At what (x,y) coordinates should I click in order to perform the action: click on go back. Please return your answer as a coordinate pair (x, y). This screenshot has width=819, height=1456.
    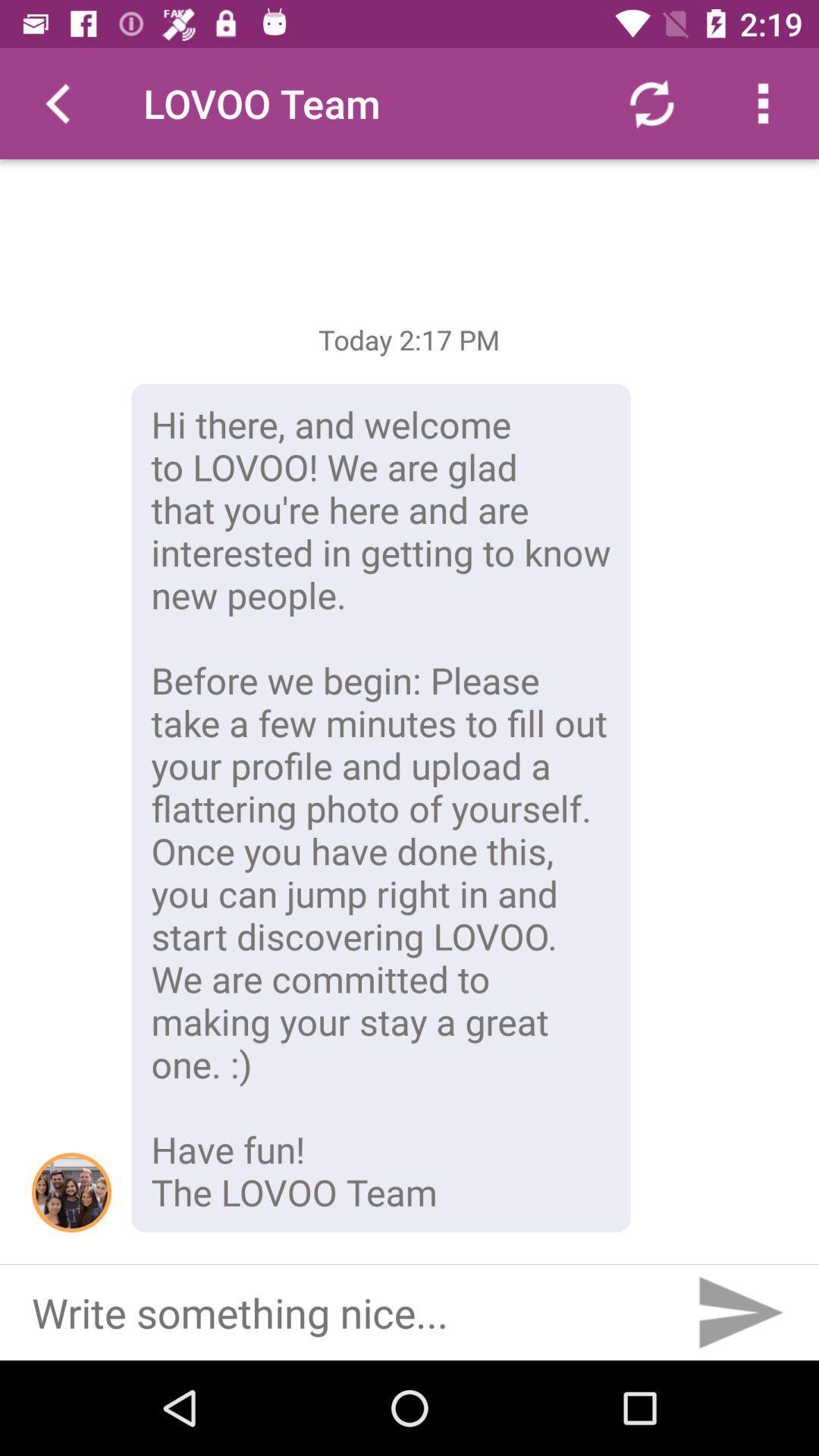
    Looking at the image, I should click on (55, 102).